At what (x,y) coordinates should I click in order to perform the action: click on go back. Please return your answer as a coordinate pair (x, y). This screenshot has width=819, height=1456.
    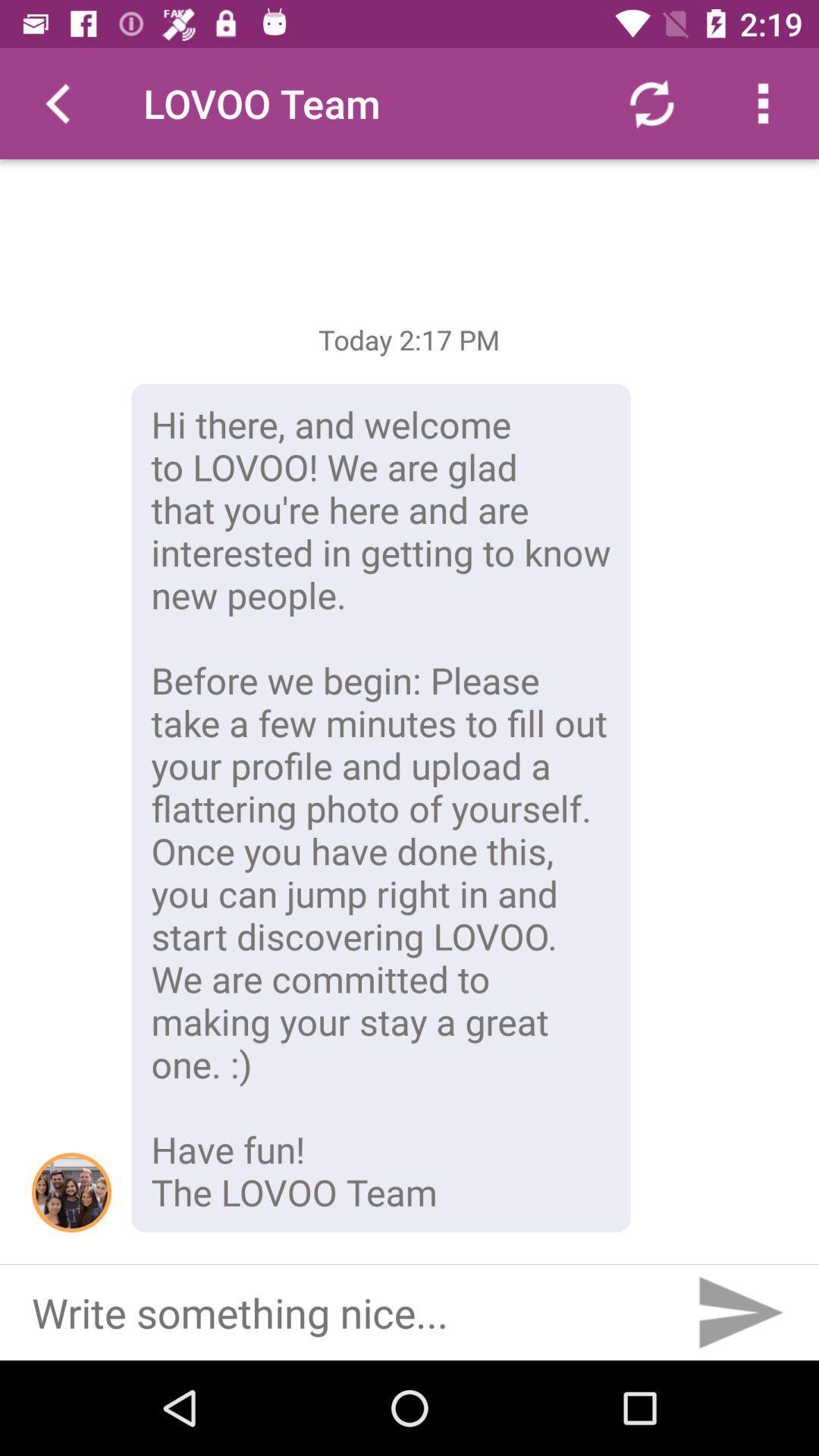
    Looking at the image, I should click on (55, 102).